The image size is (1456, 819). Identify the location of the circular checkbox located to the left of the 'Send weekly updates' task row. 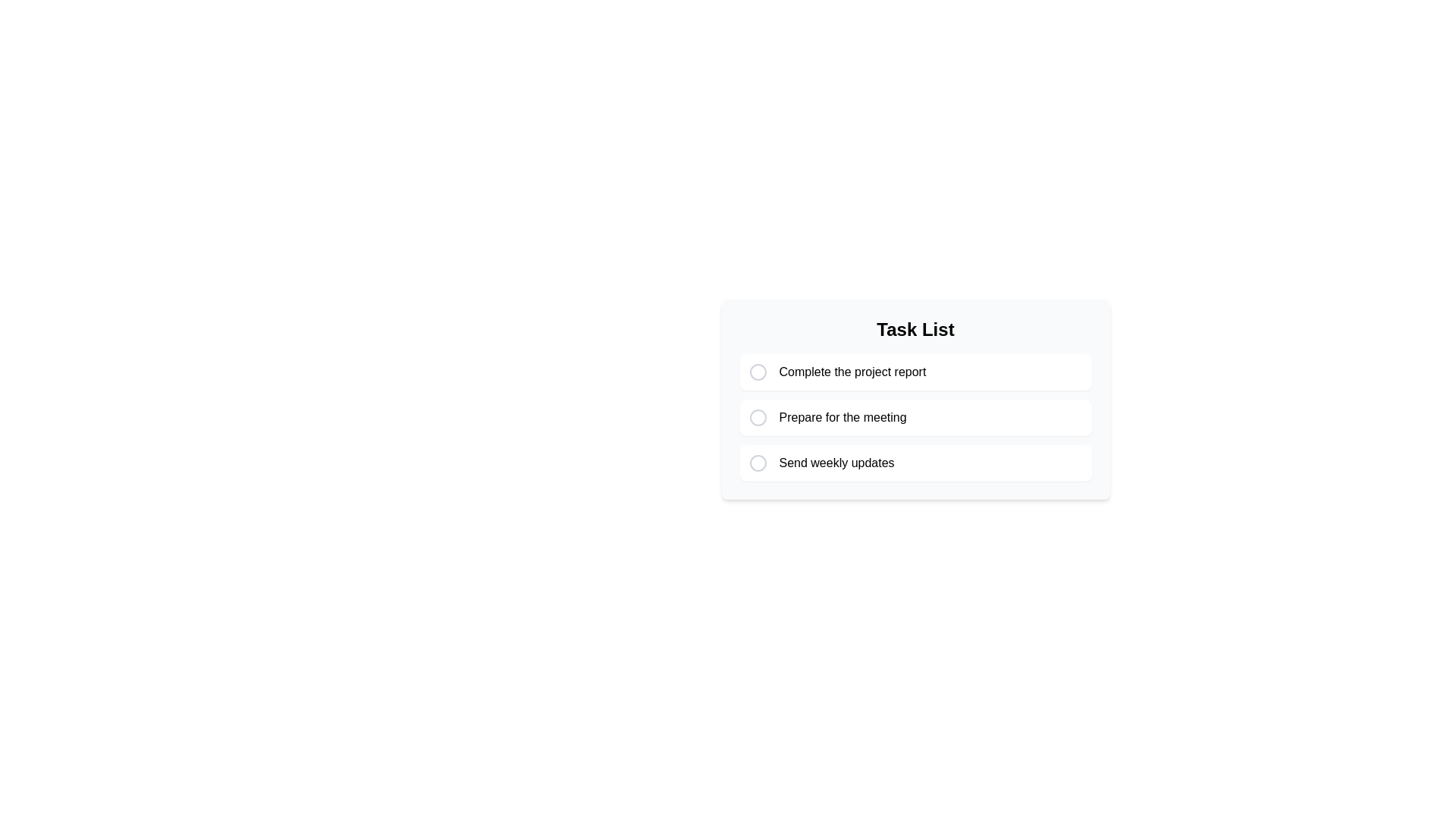
(758, 462).